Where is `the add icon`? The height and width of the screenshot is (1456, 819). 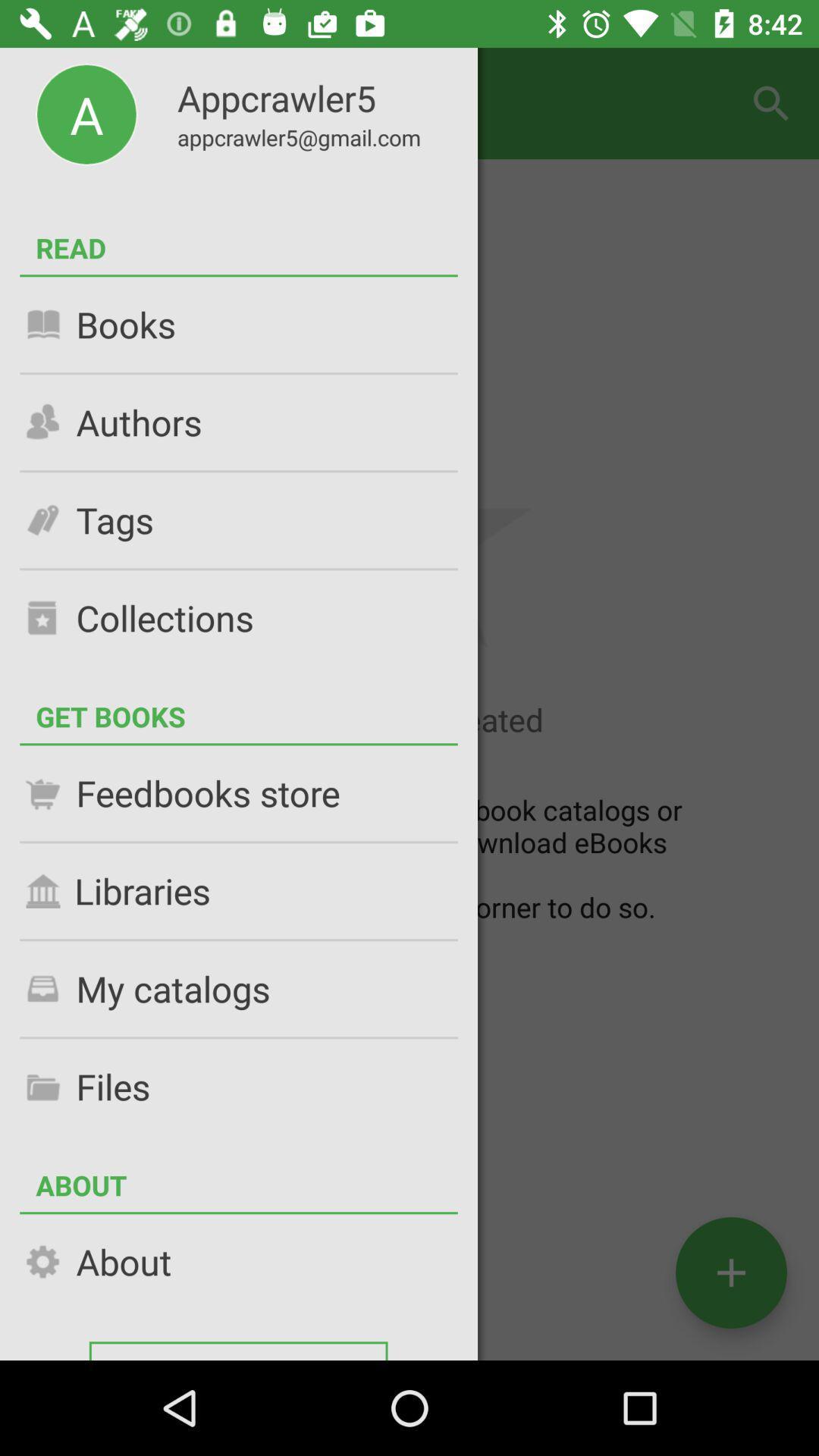 the add icon is located at coordinates (730, 1272).